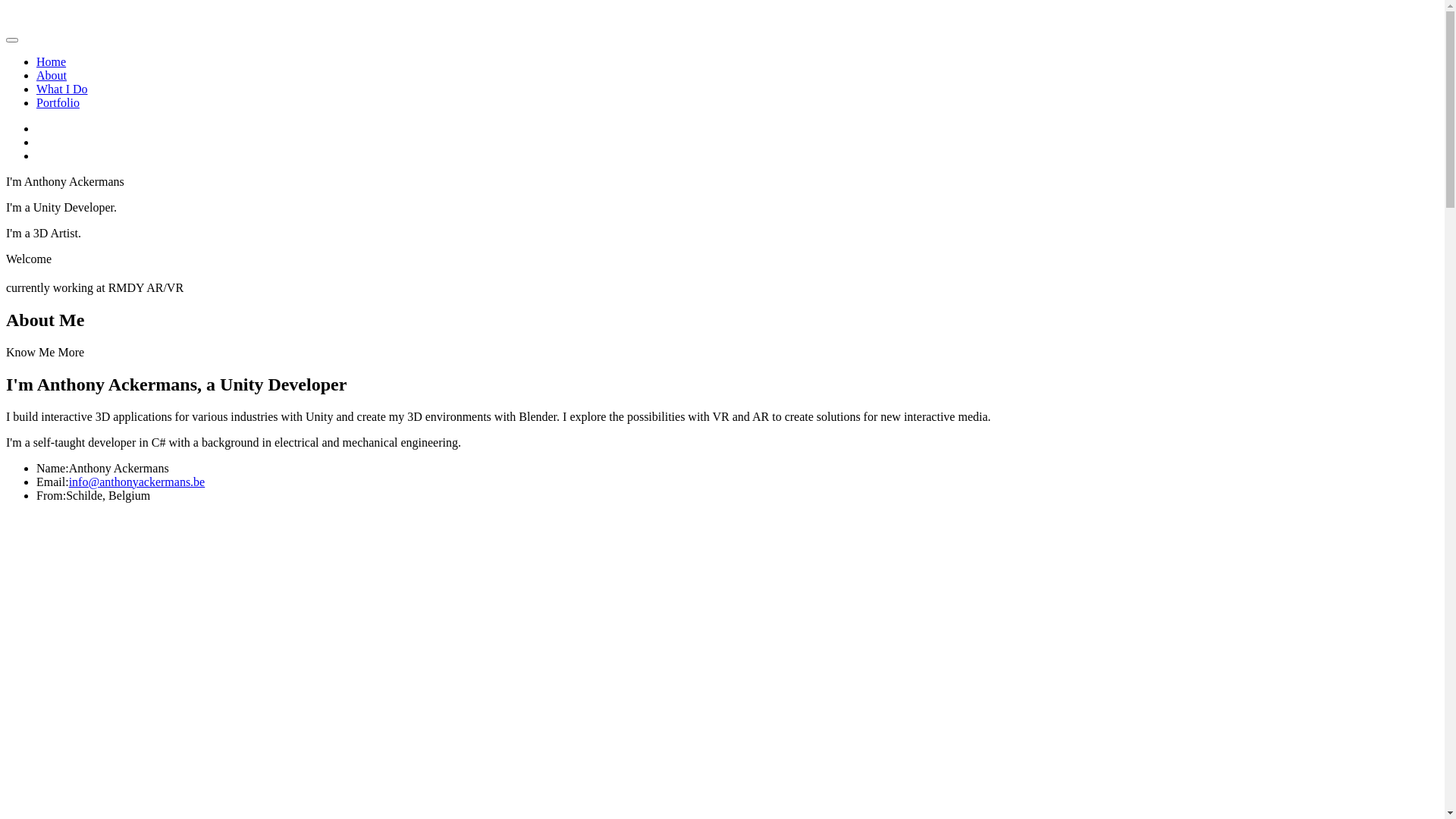 The width and height of the screenshot is (1456, 819). I want to click on 'About', so click(51, 75).